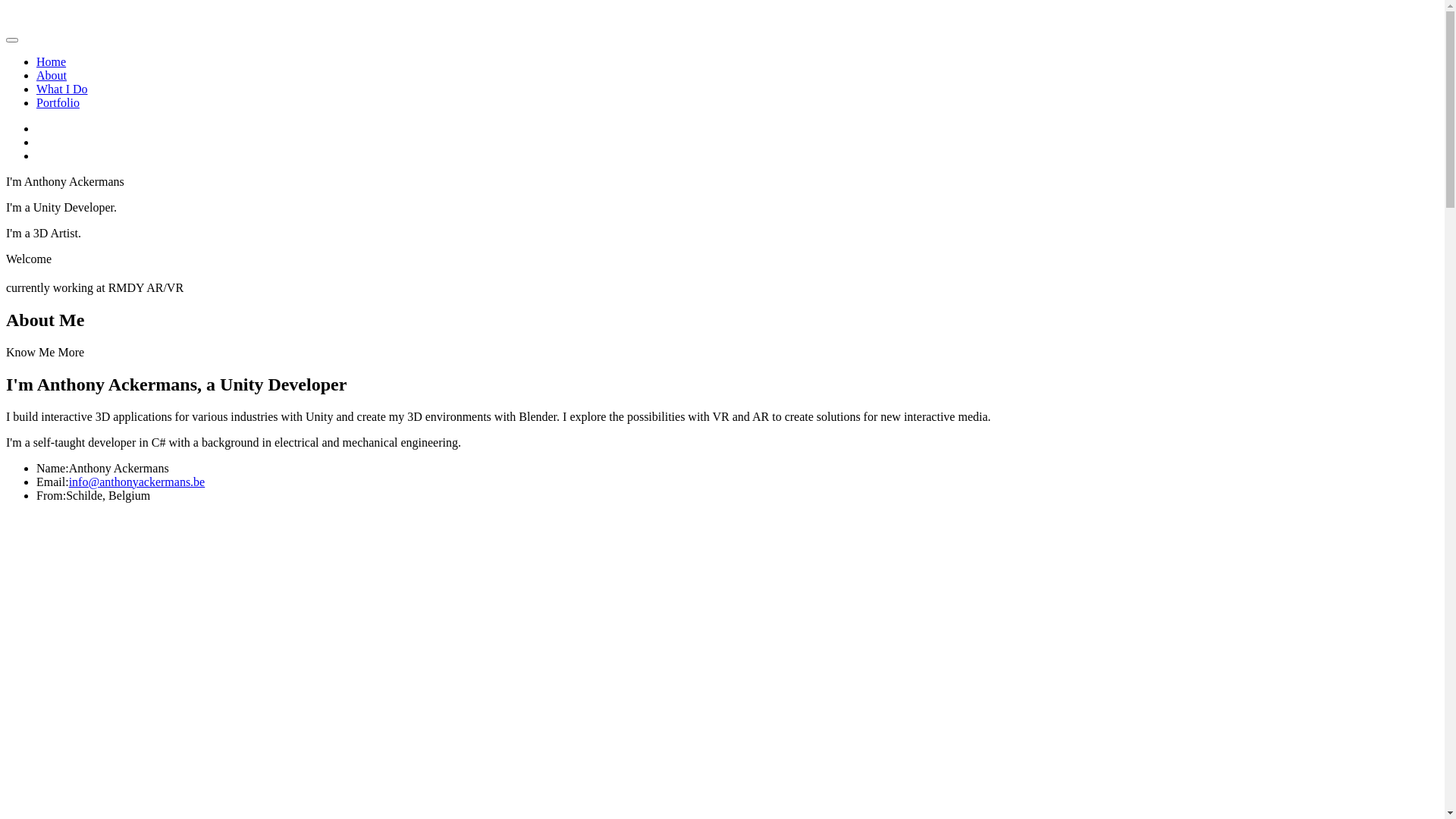 The width and height of the screenshot is (1456, 819). I want to click on 'About', so click(51, 75).